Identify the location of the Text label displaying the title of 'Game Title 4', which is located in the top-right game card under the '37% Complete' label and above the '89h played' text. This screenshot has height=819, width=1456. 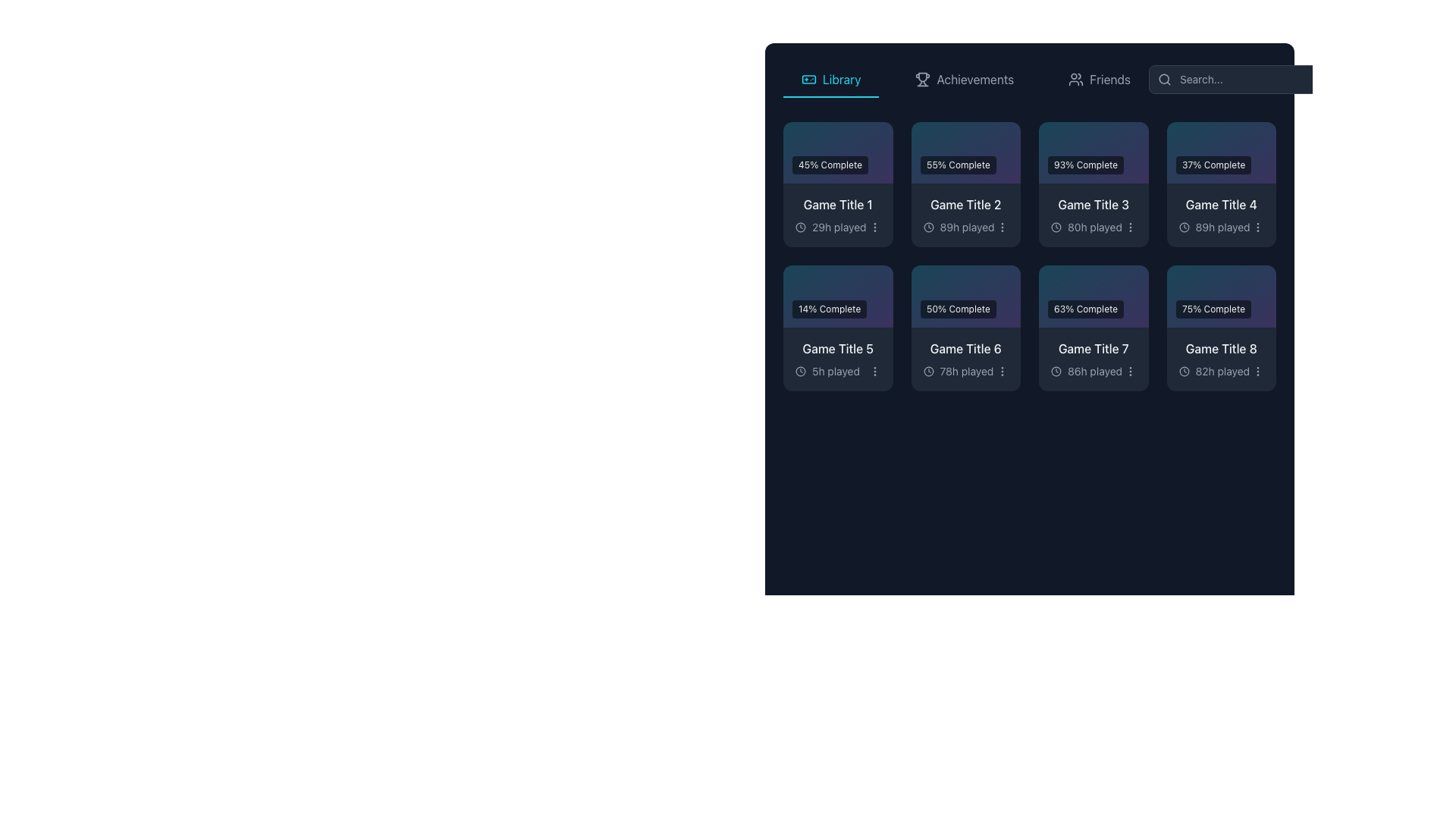
(1221, 205).